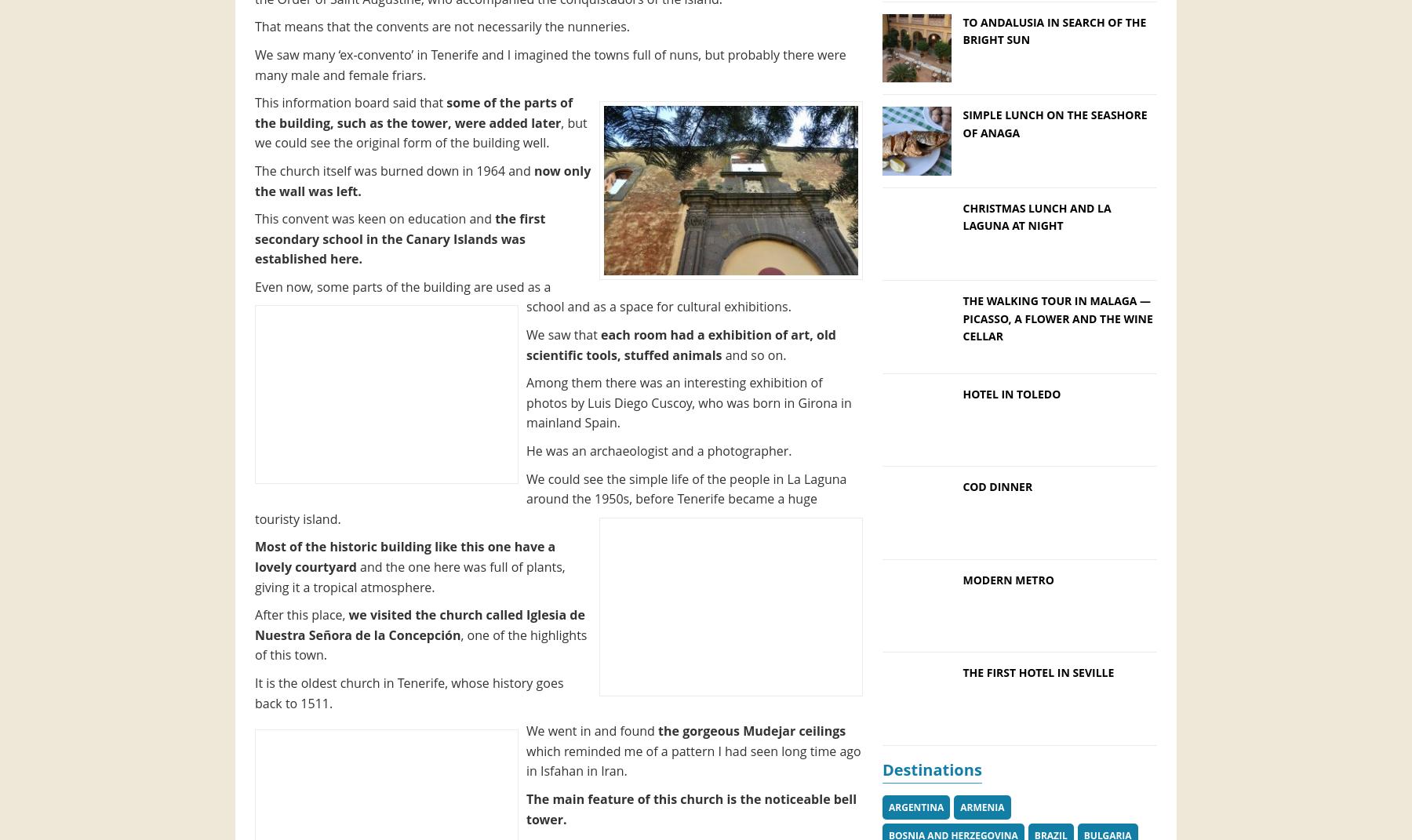 Image resolution: width=1412 pixels, height=840 pixels. What do you see at coordinates (408, 693) in the screenshot?
I see `'It is the oldest church in Tenerife, whose history goes back to 1511.'` at bounding box center [408, 693].